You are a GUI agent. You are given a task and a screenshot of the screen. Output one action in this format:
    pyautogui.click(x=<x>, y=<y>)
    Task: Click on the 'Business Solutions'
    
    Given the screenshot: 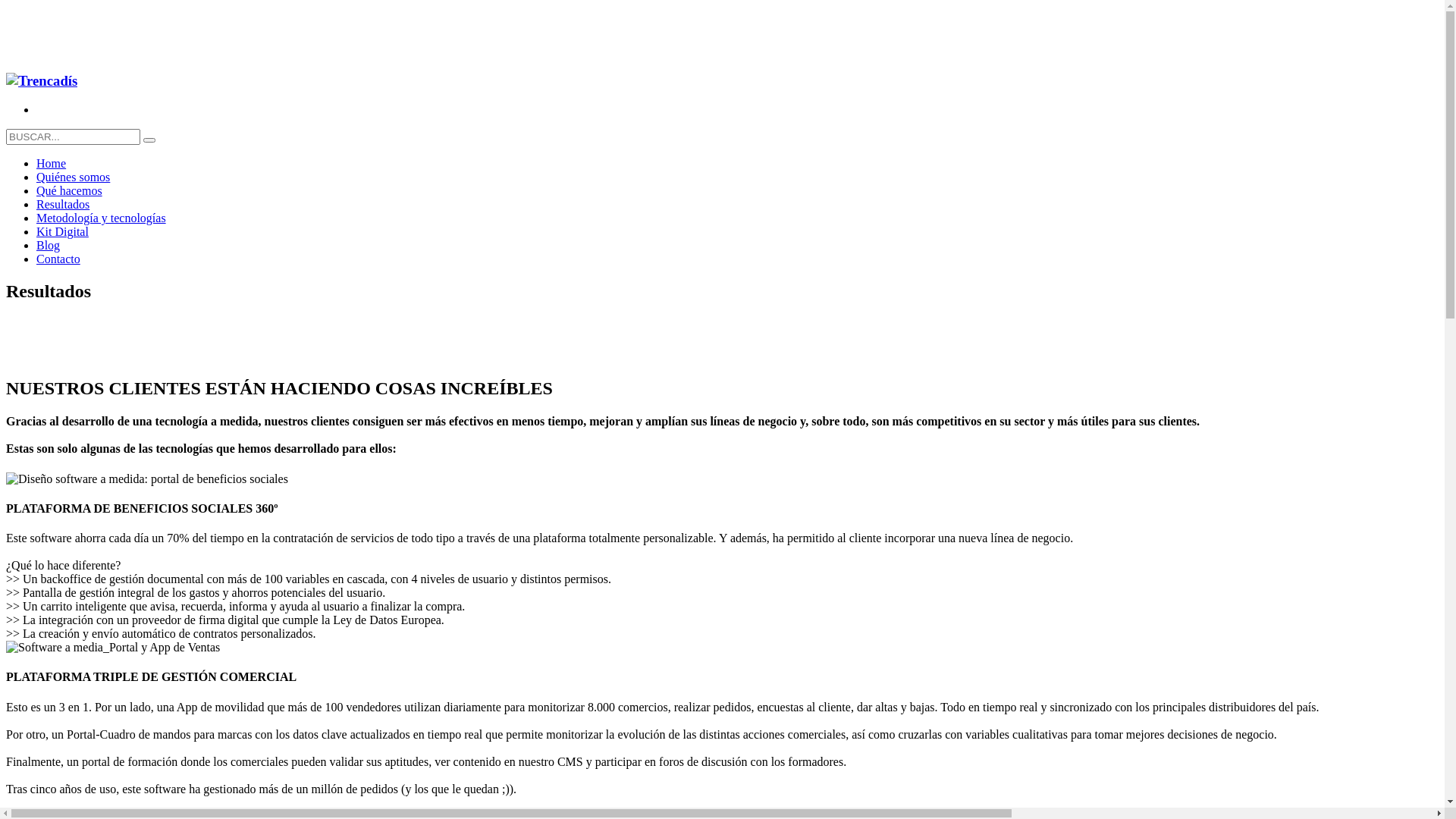 What is the action you would take?
    pyautogui.click(x=41, y=81)
    